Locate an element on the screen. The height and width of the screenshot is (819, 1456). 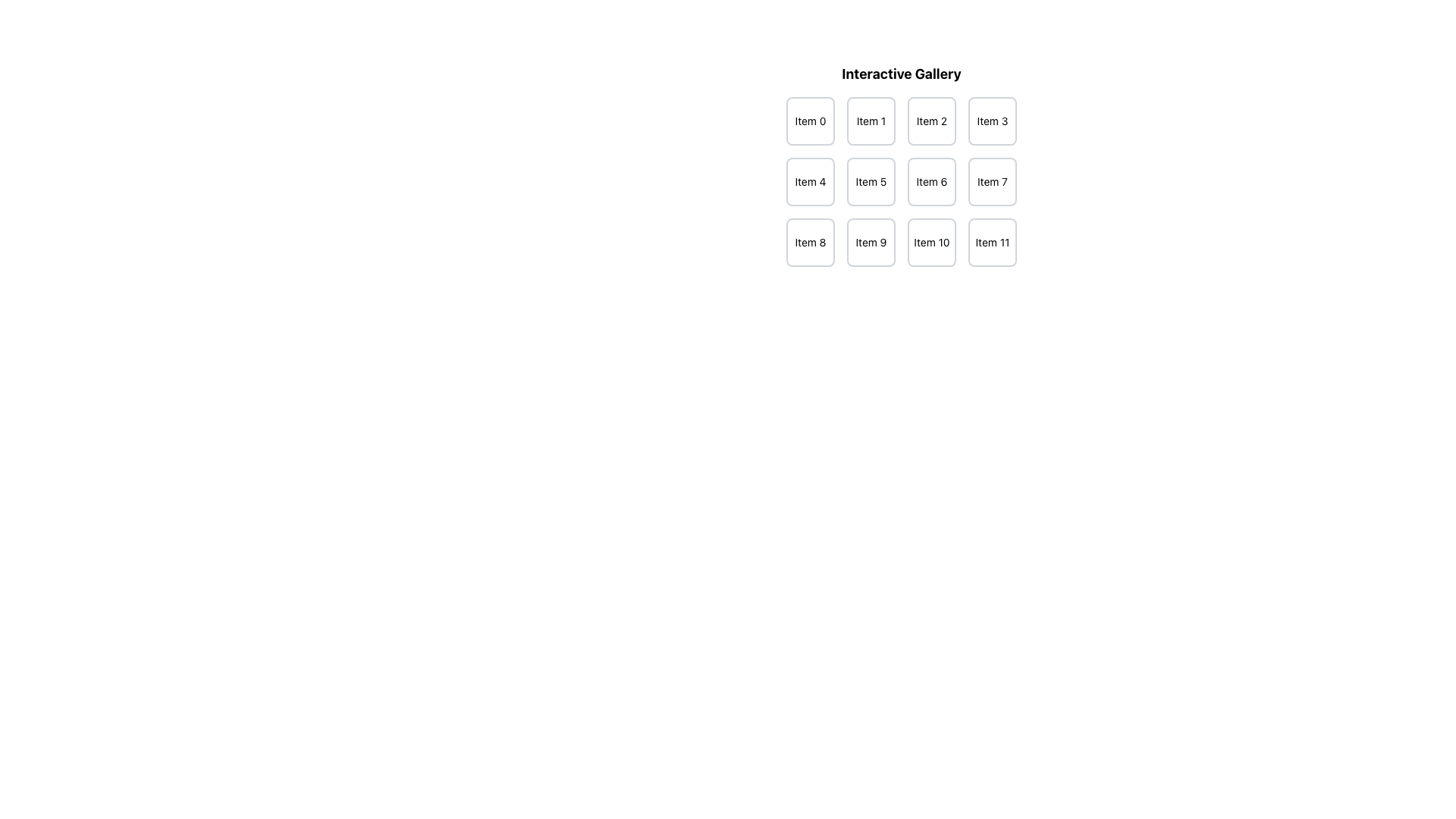
the 'Item 11' button located is located at coordinates (993, 242).